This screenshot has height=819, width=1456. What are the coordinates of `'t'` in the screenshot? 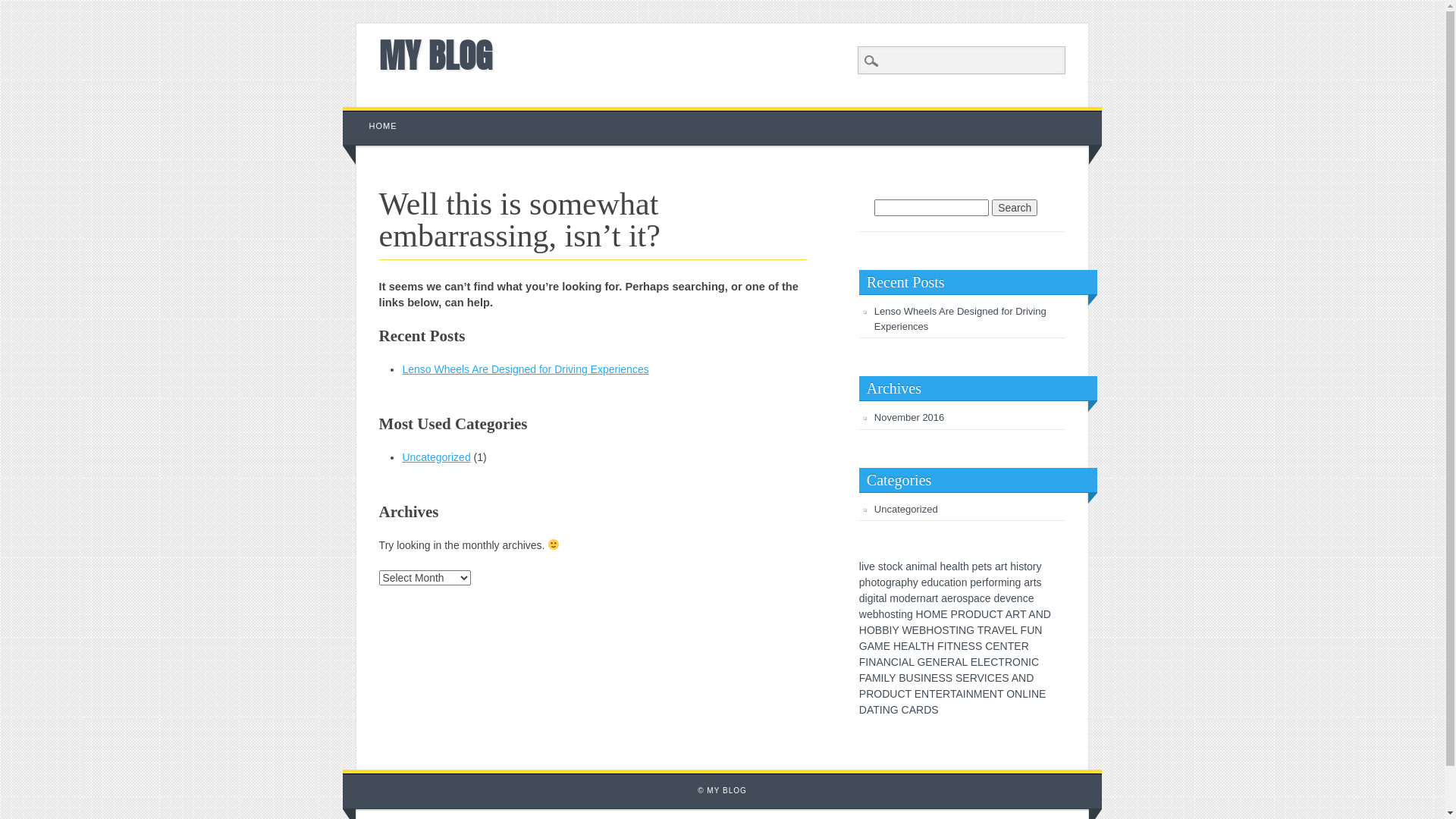 It's located at (884, 566).